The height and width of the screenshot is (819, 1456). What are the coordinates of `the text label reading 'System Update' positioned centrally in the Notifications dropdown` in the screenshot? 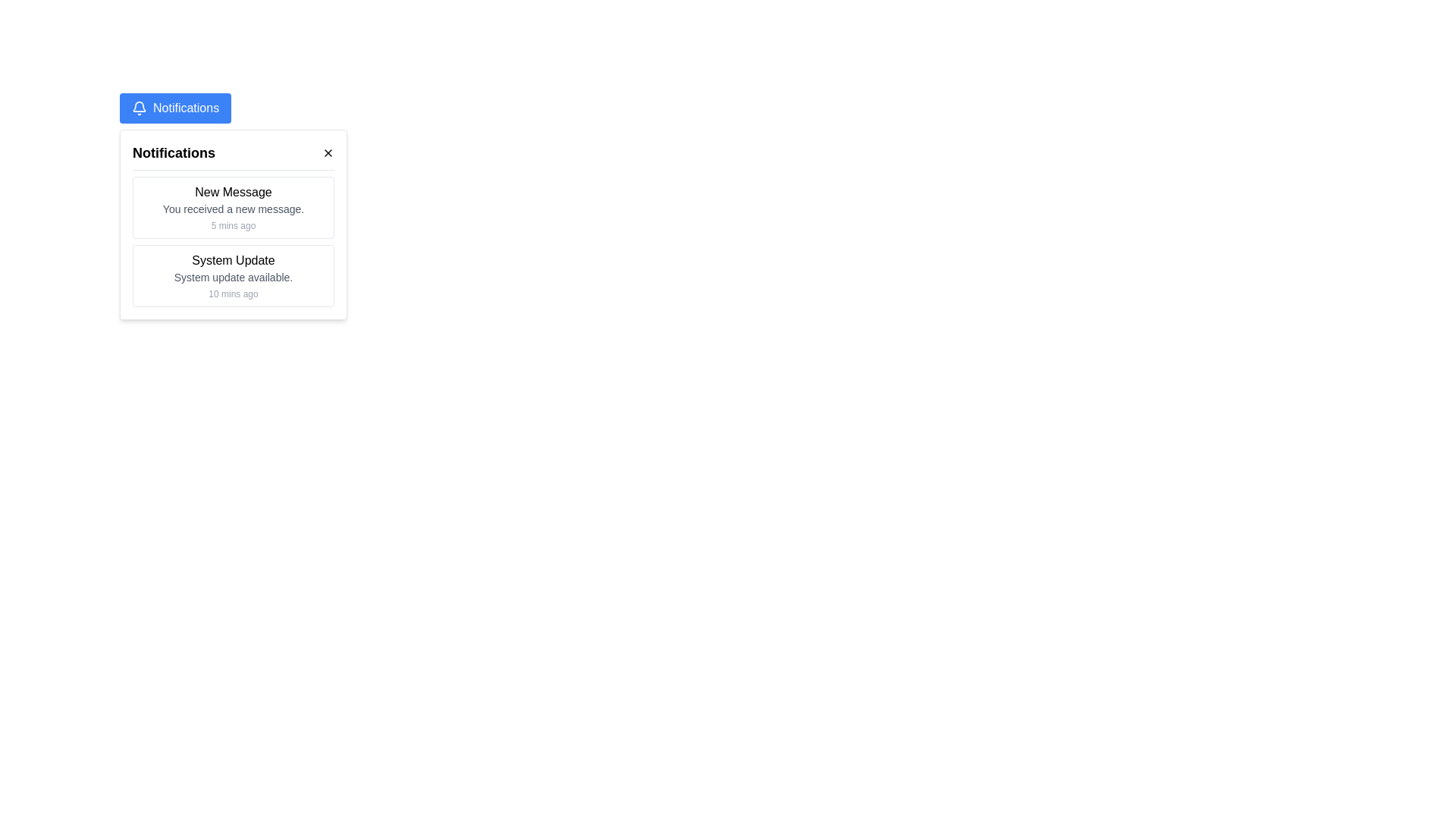 It's located at (232, 259).